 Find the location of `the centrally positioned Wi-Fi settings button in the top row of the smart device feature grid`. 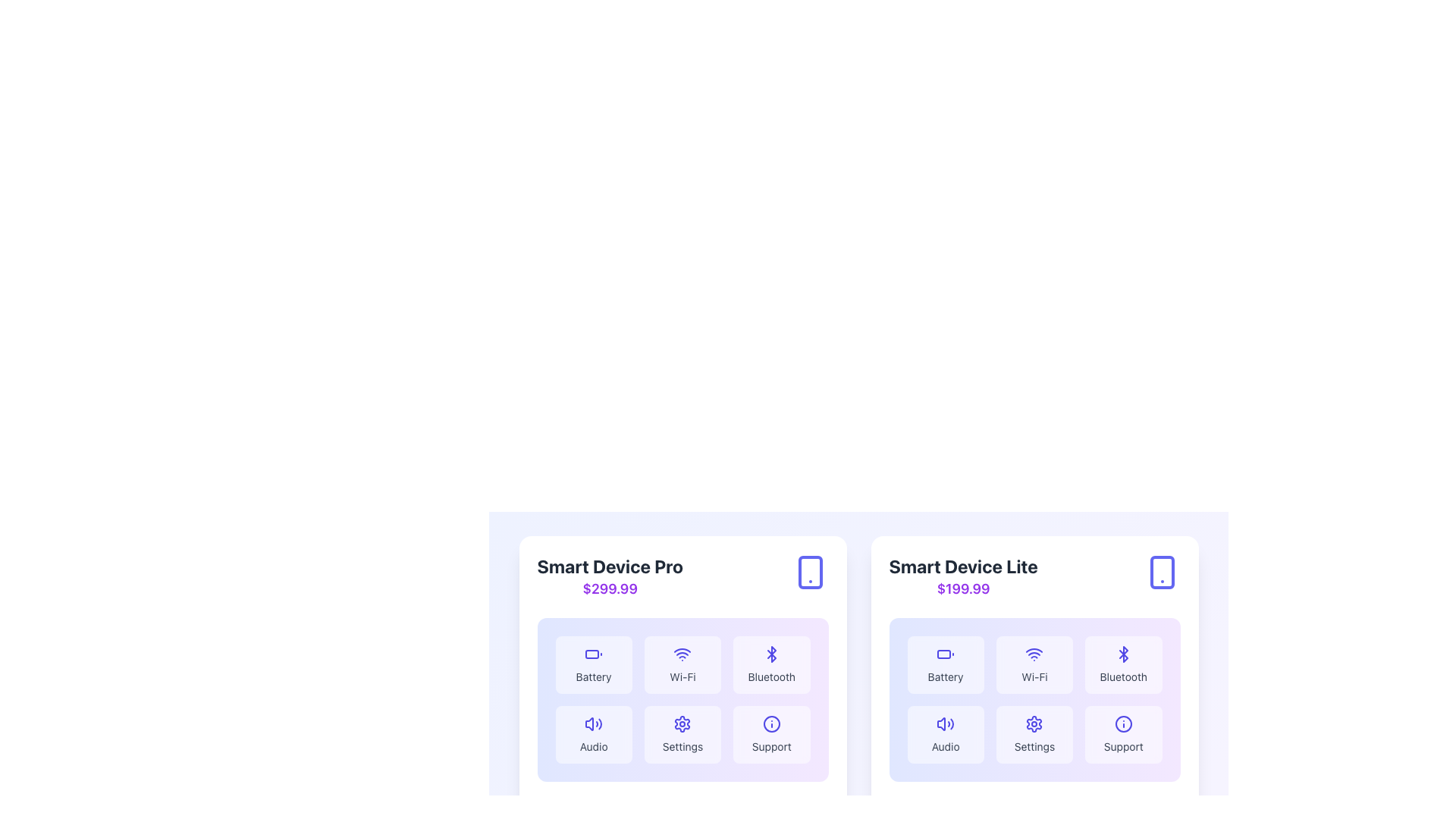

the centrally positioned Wi-Fi settings button in the top row of the smart device feature grid is located at coordinates (682, 664).